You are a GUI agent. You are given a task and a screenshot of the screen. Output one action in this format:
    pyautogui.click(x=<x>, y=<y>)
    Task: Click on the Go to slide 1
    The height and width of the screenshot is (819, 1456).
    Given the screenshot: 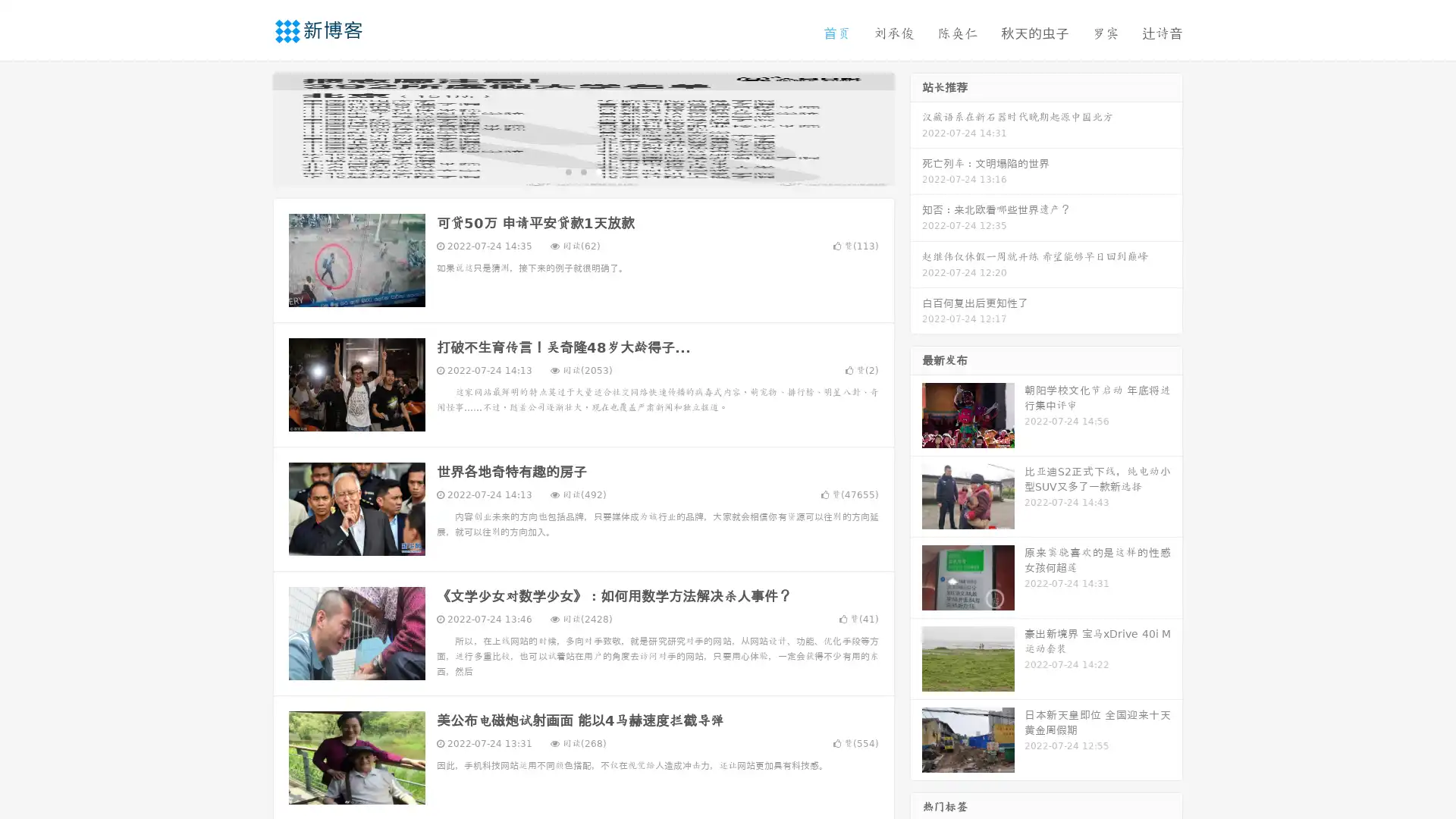 What is the action you would take?
    pyautogui.click(x=567, y=171)
    